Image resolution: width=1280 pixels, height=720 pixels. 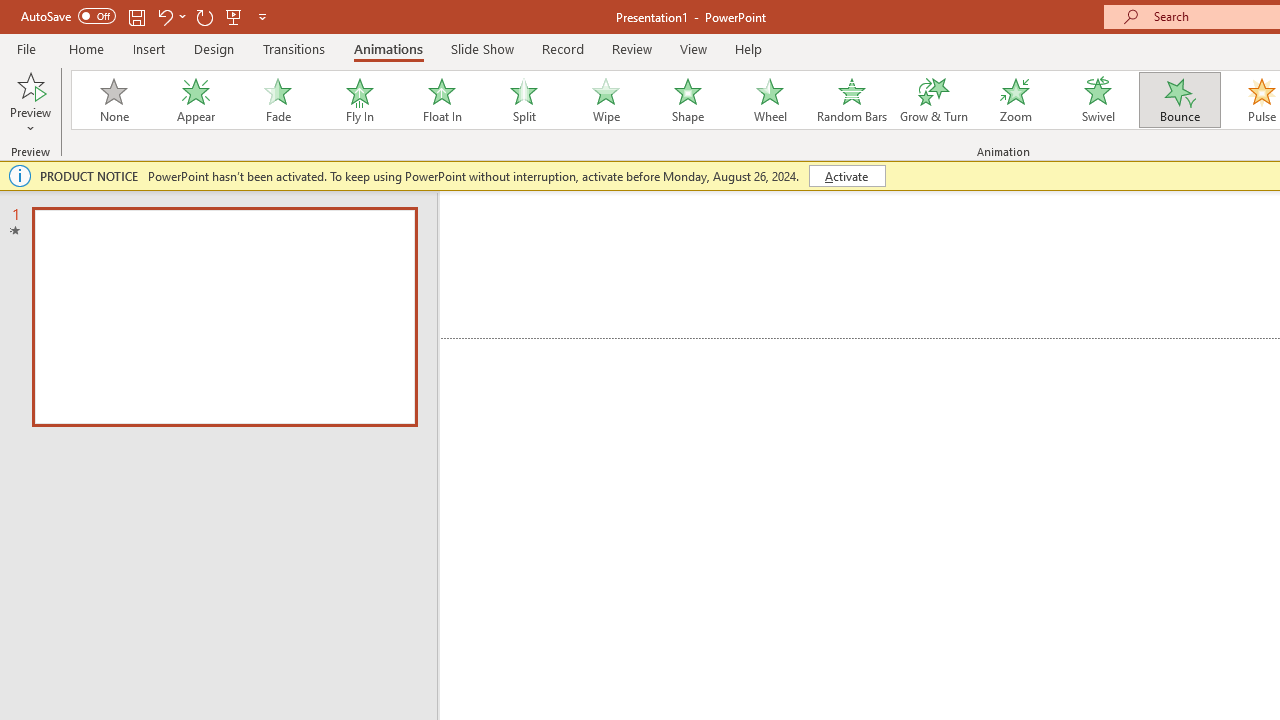 I want to click on 'File Tab', so click(x=26, y=47).